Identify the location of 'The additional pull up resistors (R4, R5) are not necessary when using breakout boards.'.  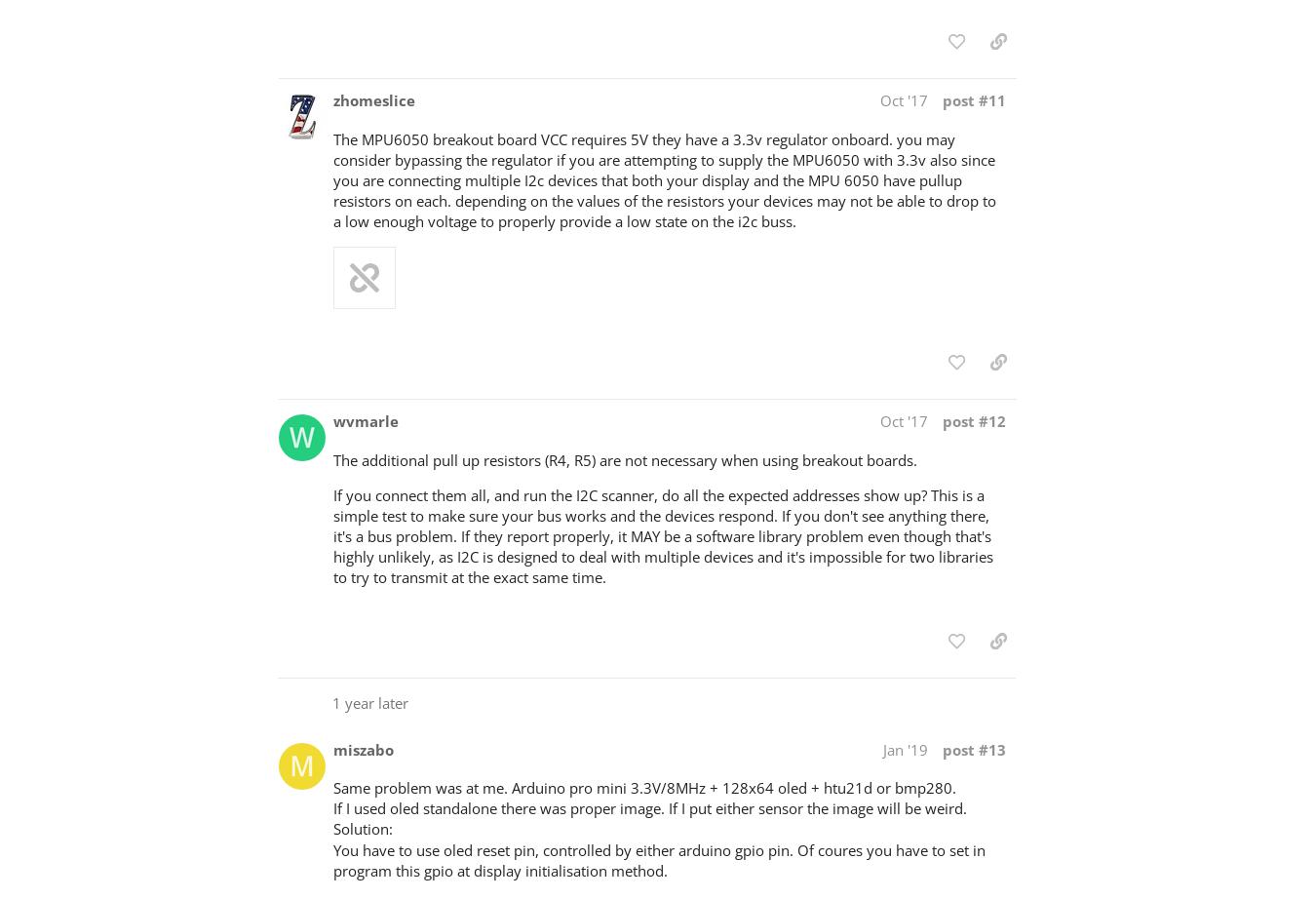
(625, 458).